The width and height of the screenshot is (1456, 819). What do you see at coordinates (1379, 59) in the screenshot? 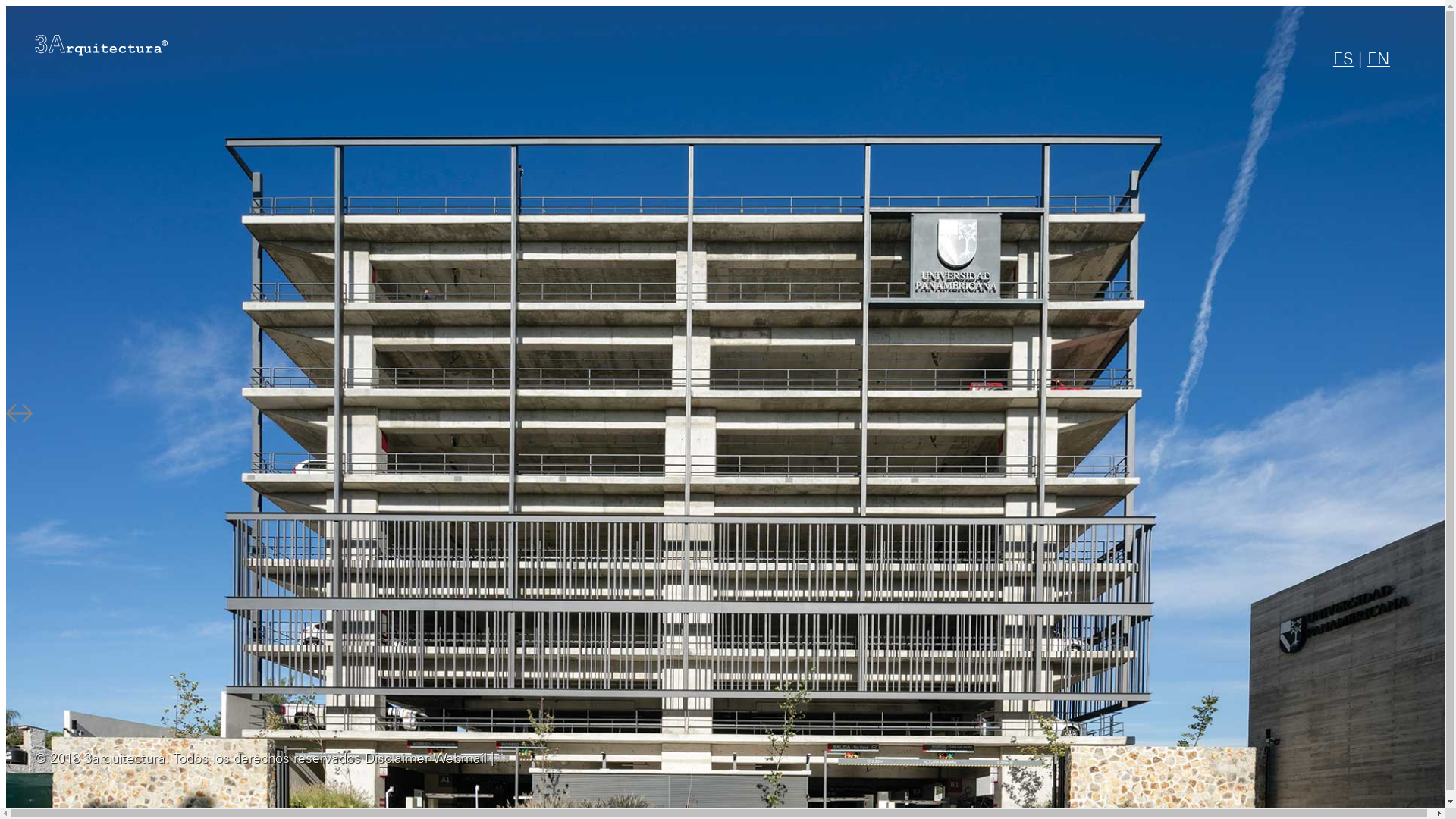
I see `'EN'` at bounding box center [1379, 59].